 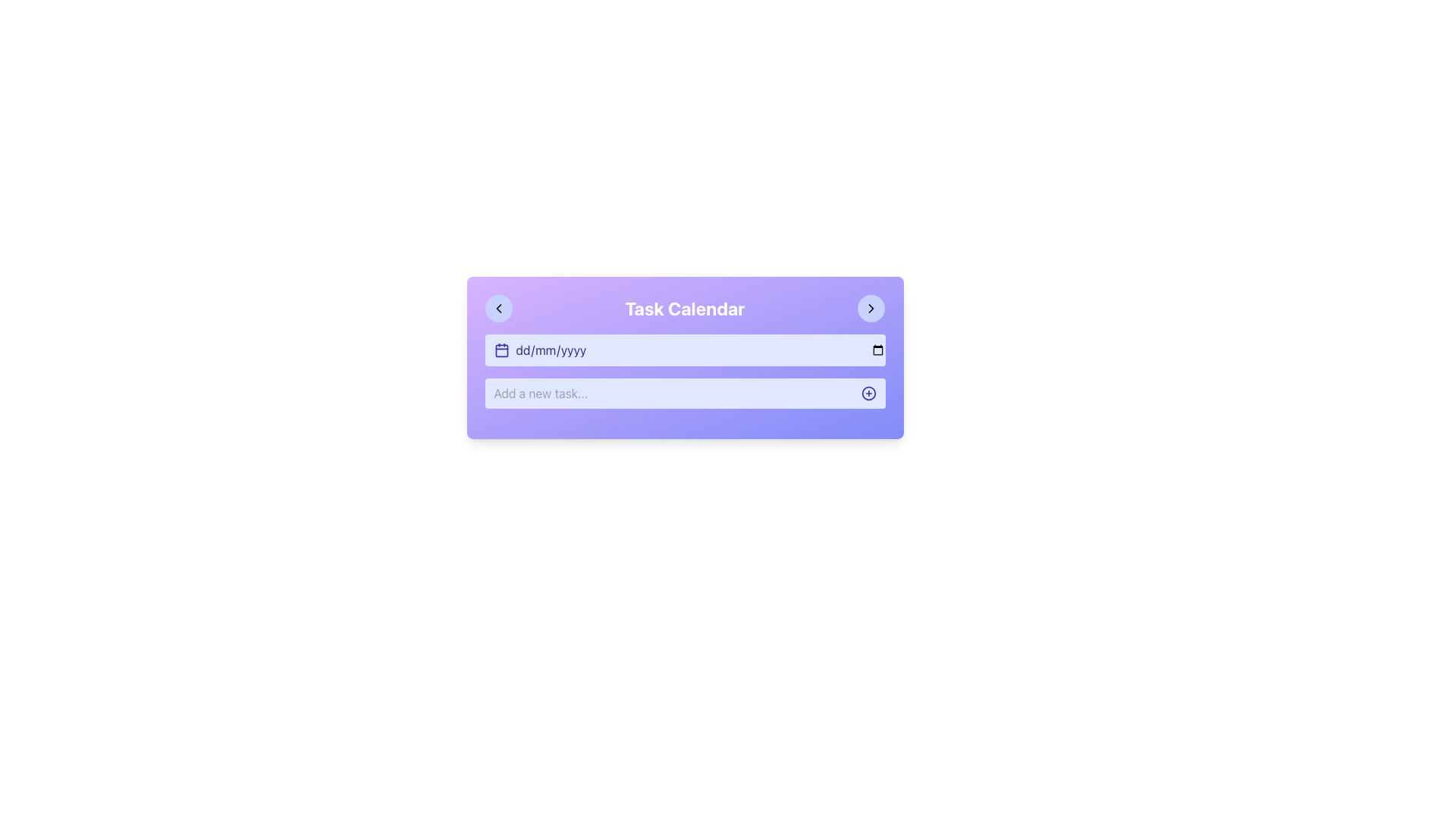 What do you see at coordinates (871, 308) in the screenshot?
I see `the decorative arrow icon in the circular button at the top-right corner of the task calendar interface, which symbolizes navigation or progression` at bounding box center [871, 308].